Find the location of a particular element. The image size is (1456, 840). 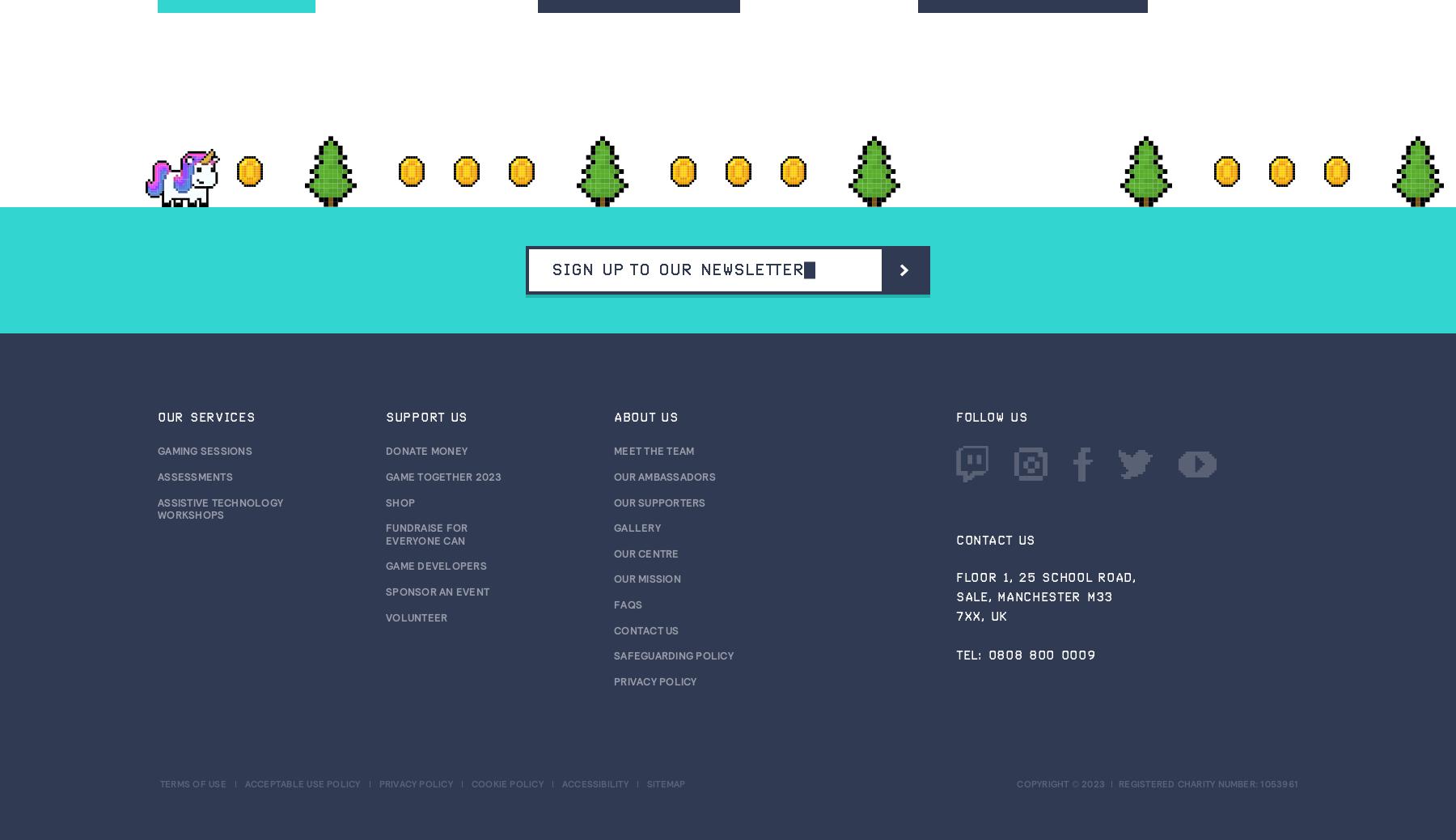

'Safeguarding Policy' is located at coordinates (673, 656).